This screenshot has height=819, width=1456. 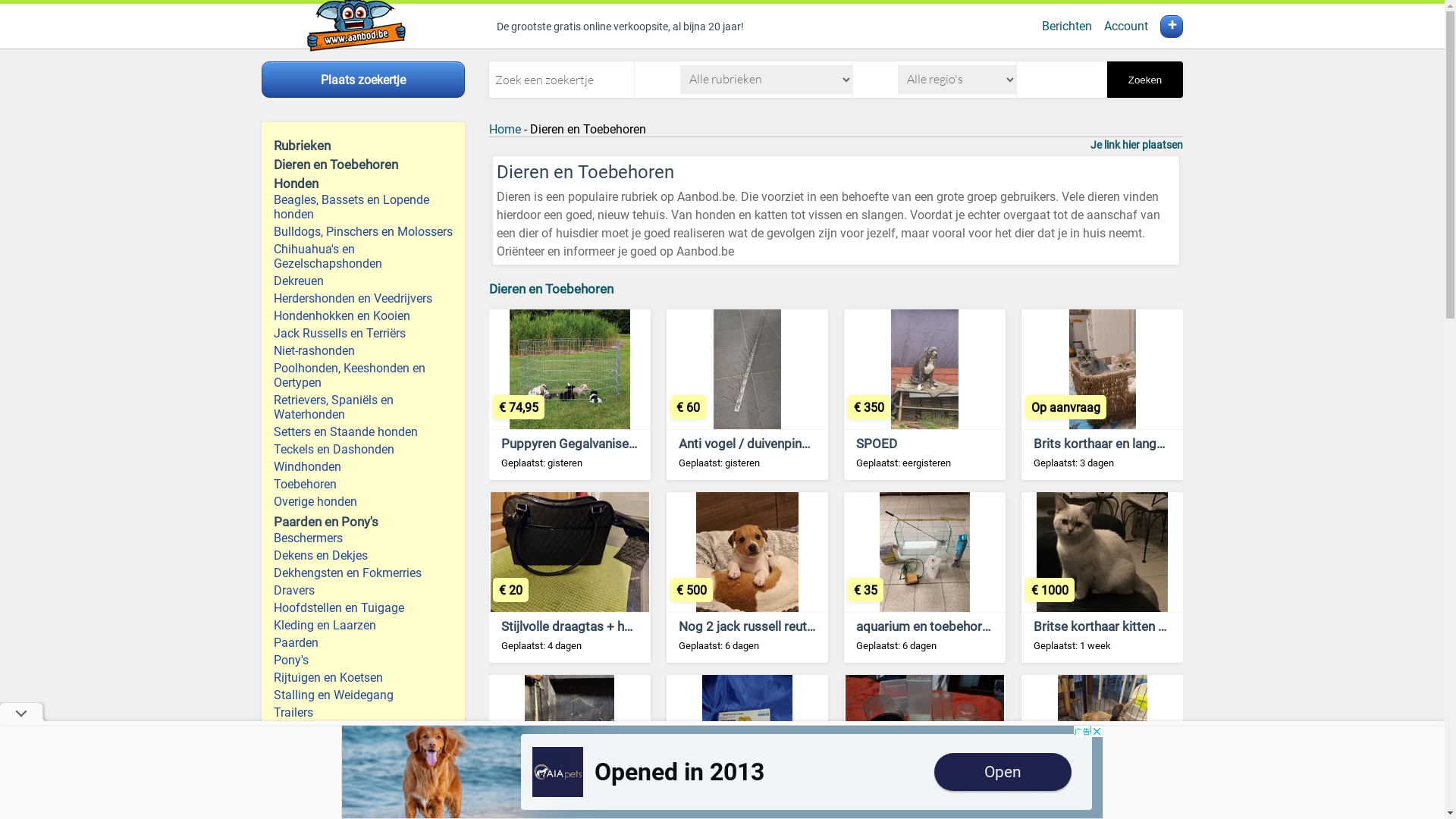 I want to click on 'Puppyren Gegalvaniseerd 154x91cm', so click(x=501, y=442).